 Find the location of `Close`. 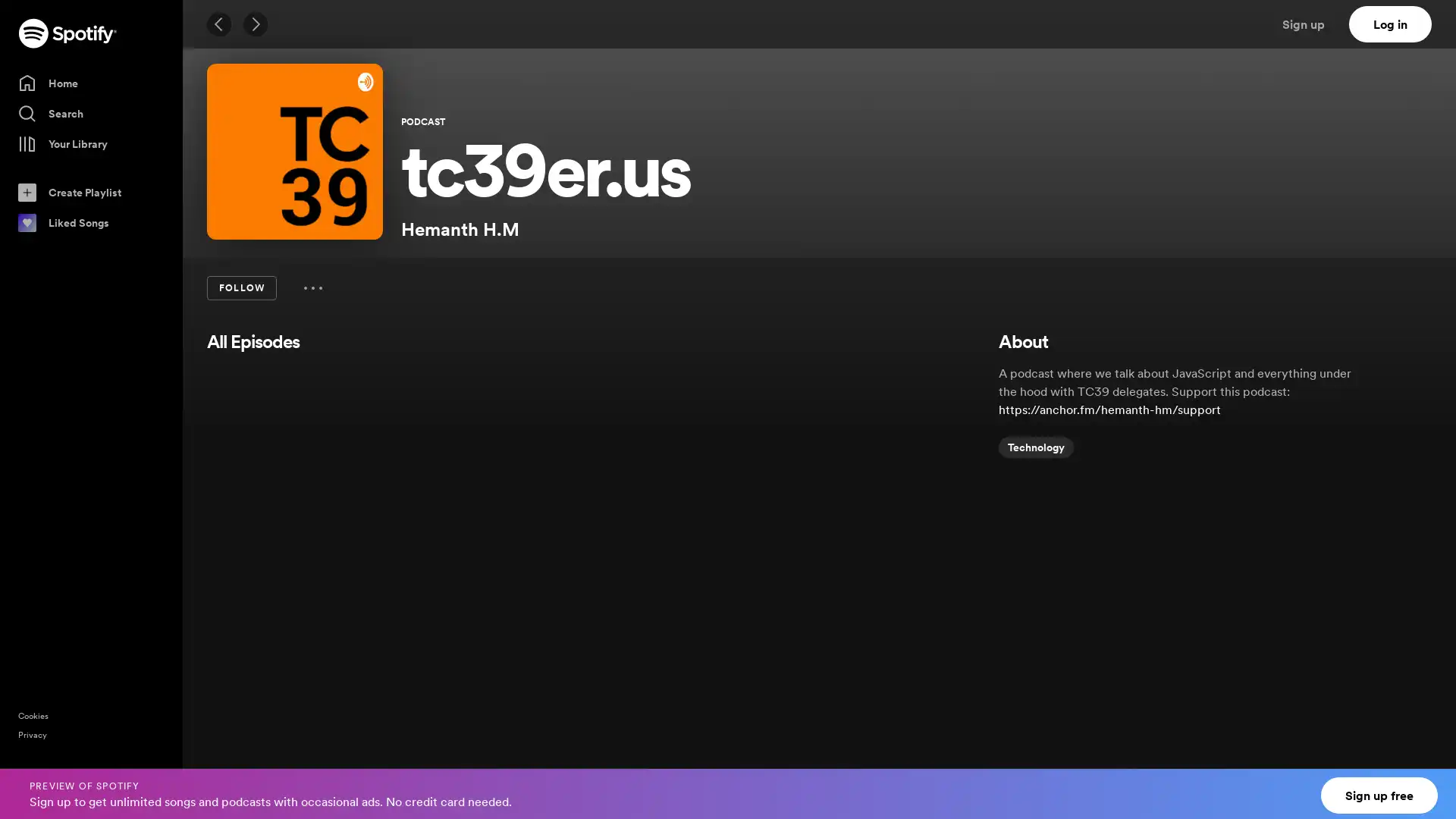

Close is located at coordinates (1430, 784).